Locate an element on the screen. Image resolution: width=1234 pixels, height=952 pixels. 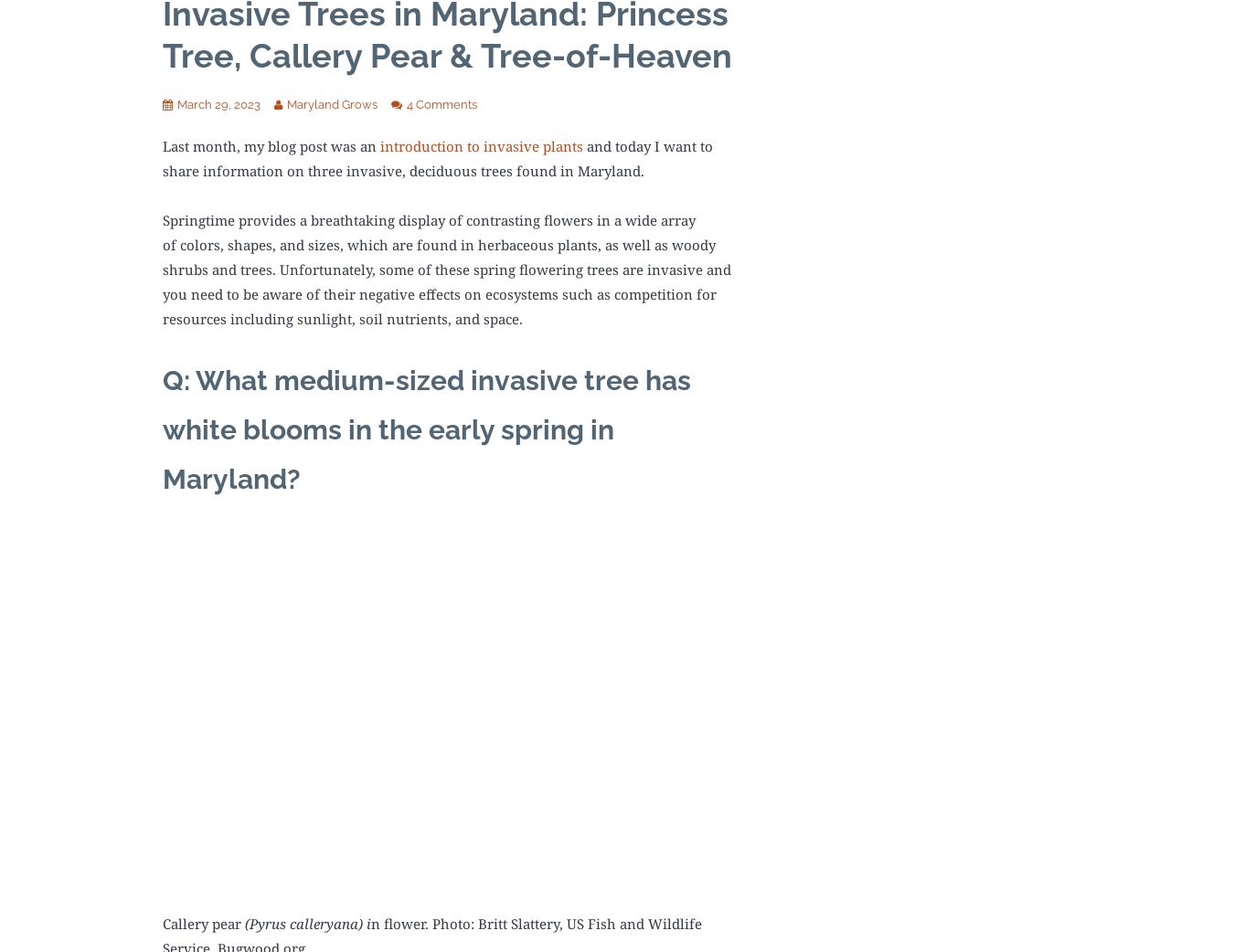
'Last month, my blog post was an' is located at coordinates (163, 145).